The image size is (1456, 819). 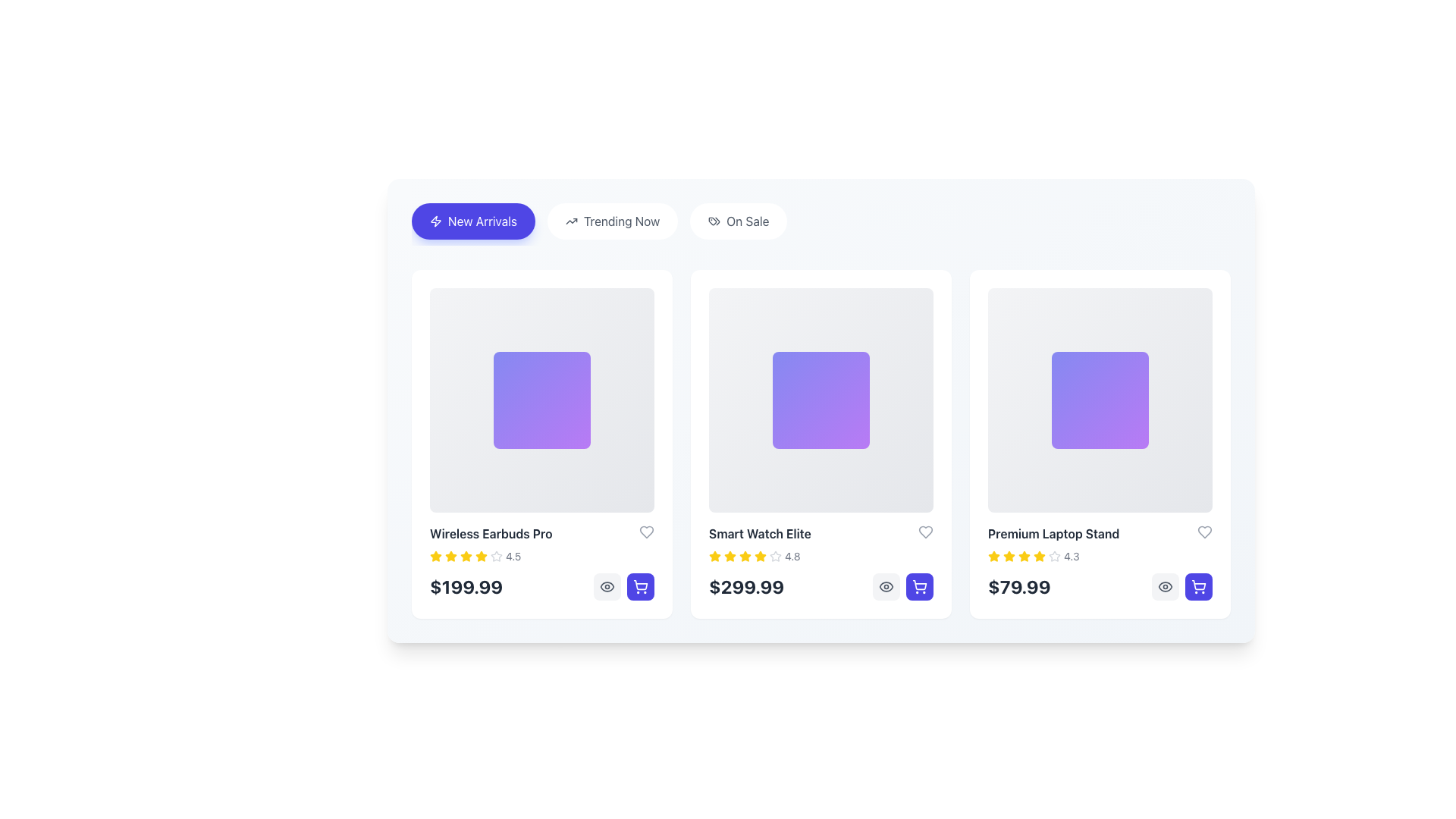 I want to click on the rounded rectangular button with a purple background and white shopping cart icon, so click(x=919, y=586).